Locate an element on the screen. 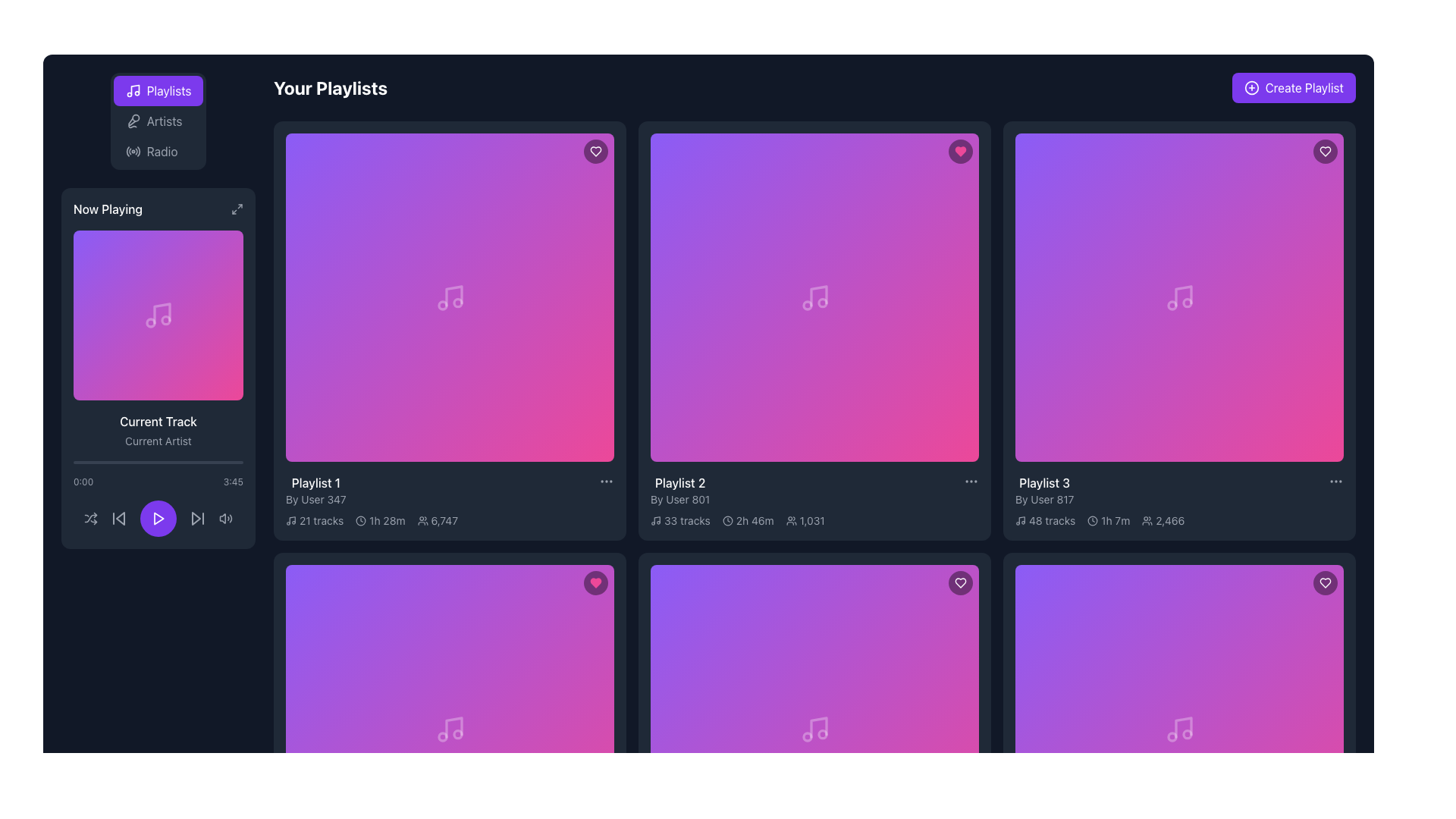  the Text Display Element that displays the name of 'Playlist 3', located at the bottom-right corner of the playlist grid interface is located at coordinates (1043, 482).